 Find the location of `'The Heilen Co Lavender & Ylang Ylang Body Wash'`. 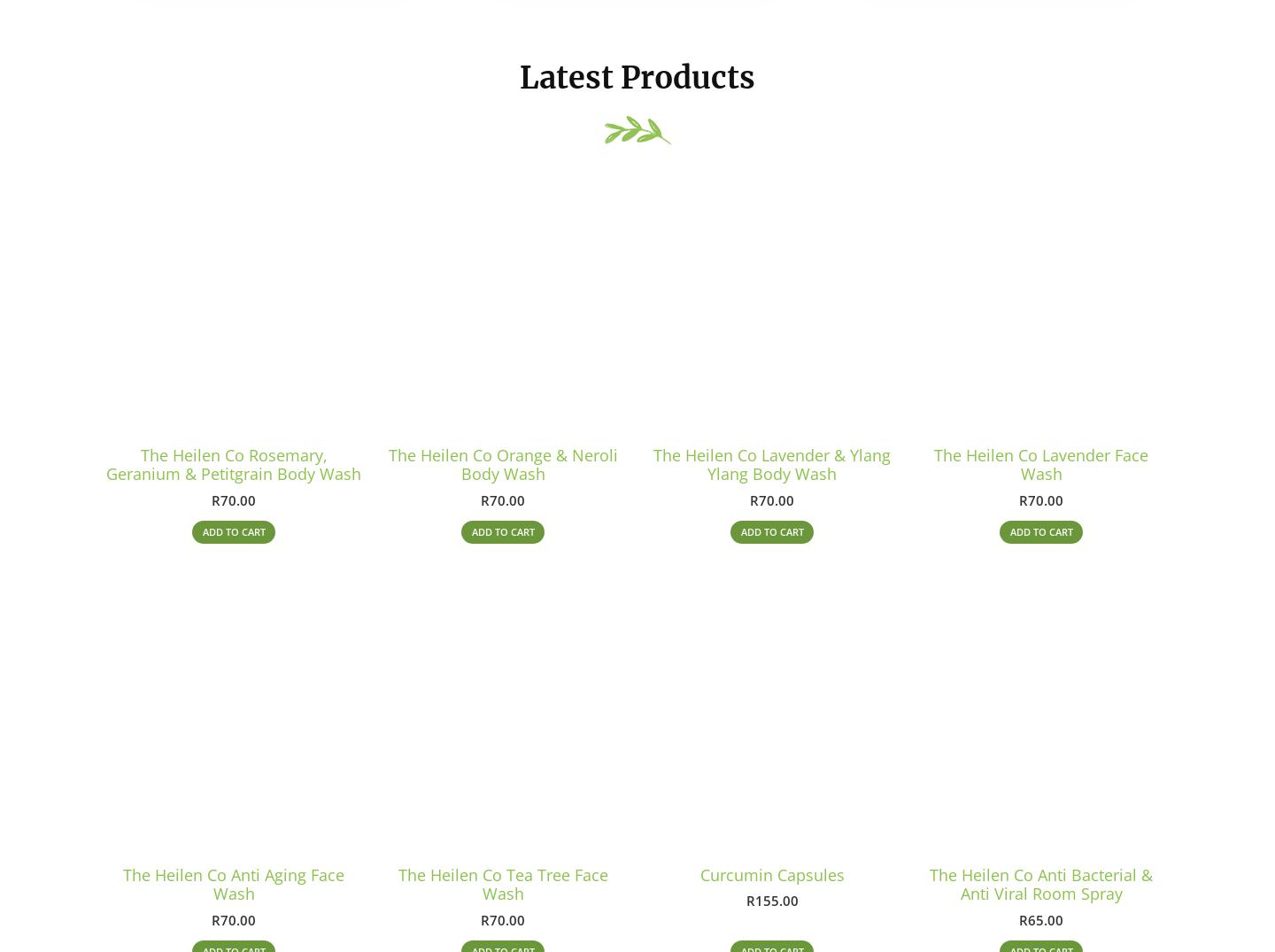

'The Heilen Co Lavender & Ylang Ylang Body Wash' is located at coordinates (771, 470).